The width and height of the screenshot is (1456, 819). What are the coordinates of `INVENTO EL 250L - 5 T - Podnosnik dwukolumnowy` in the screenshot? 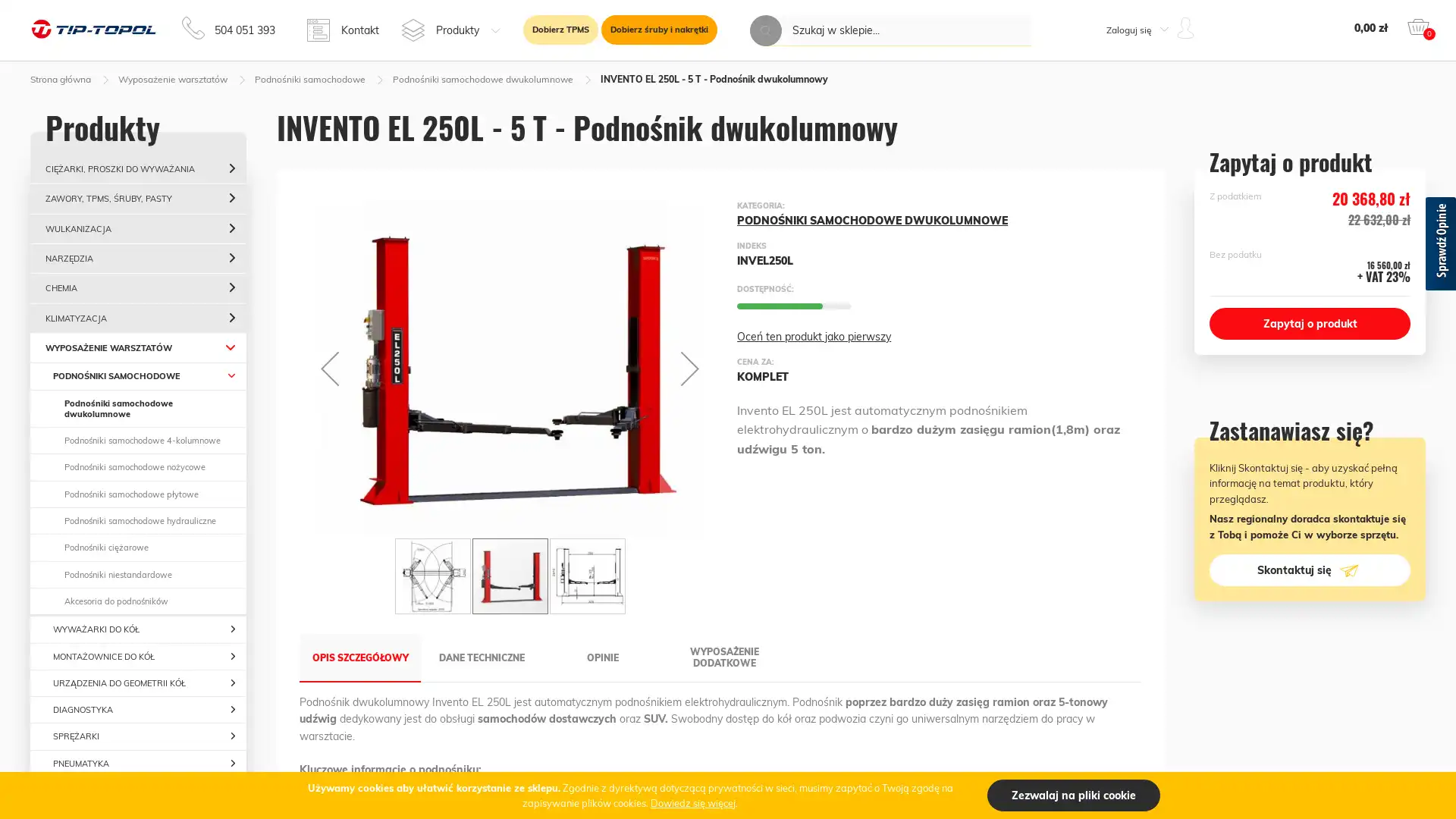 It's located at (432, 576).